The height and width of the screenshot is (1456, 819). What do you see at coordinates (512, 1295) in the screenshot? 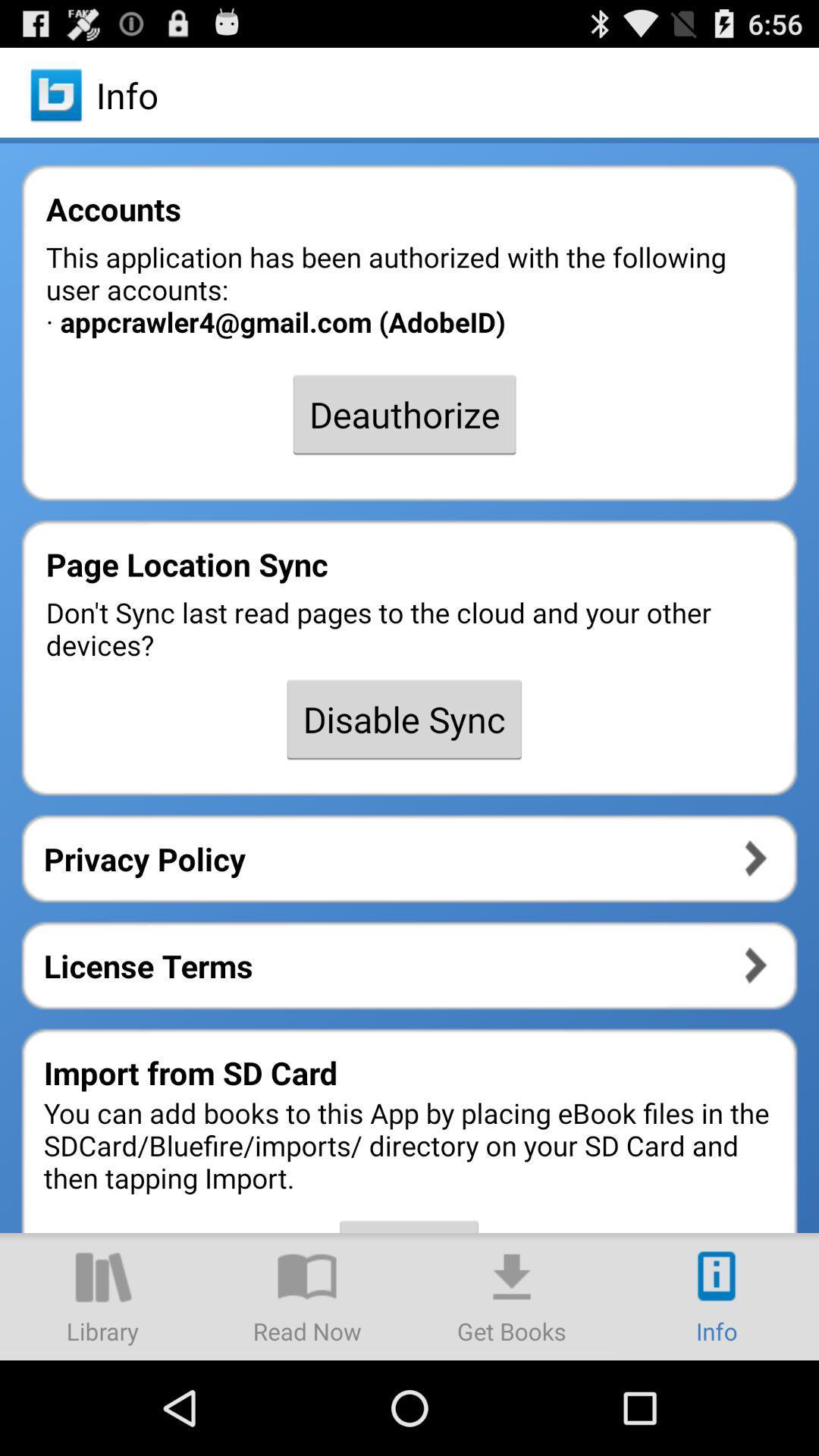
I see `download books icon` at bounding box center [512, 1295].